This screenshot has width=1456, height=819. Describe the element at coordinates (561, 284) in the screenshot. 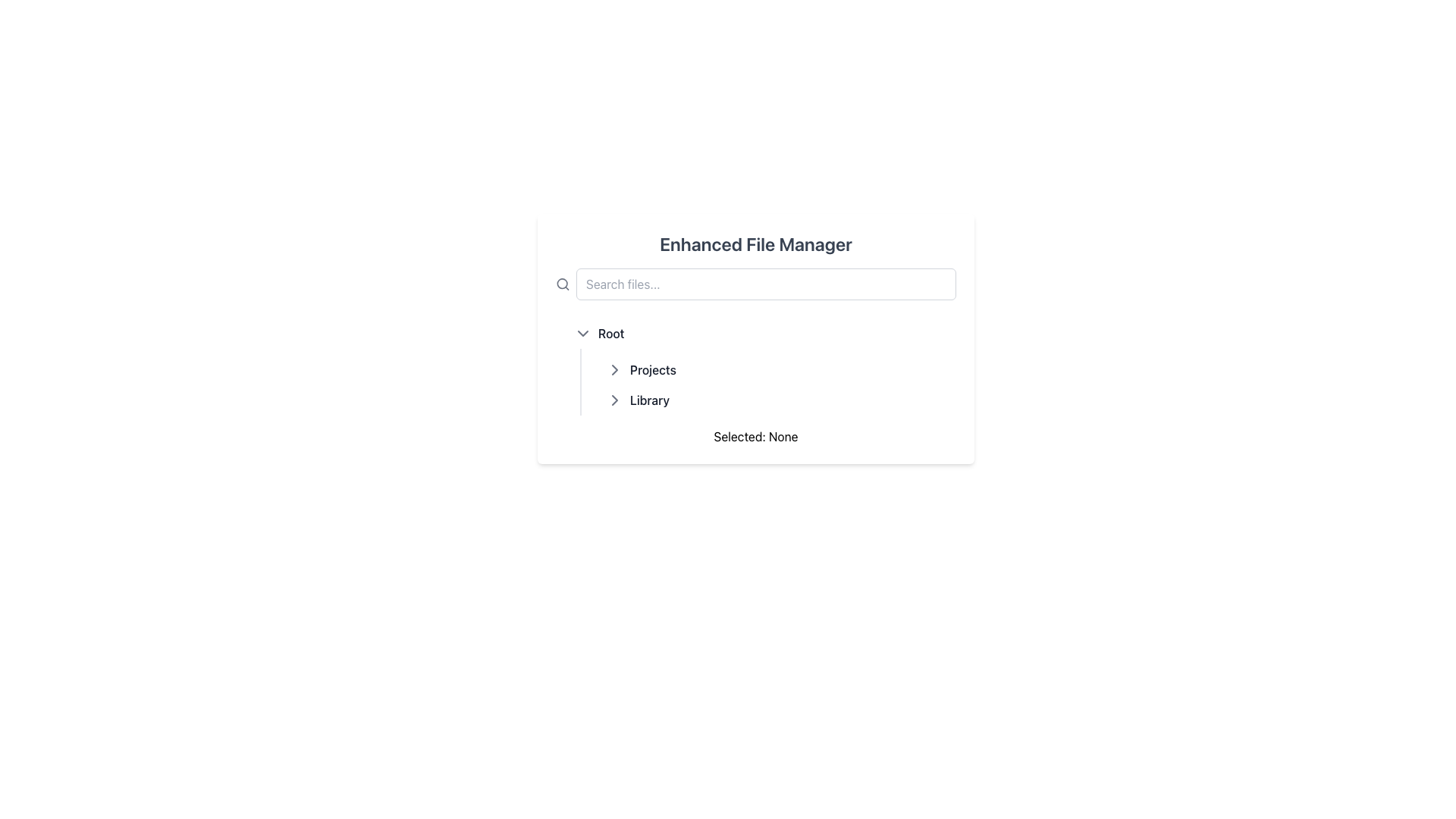

I see `the circular part of the search icon, which is a magnifying glass component located to the left of the search input field` at that location.